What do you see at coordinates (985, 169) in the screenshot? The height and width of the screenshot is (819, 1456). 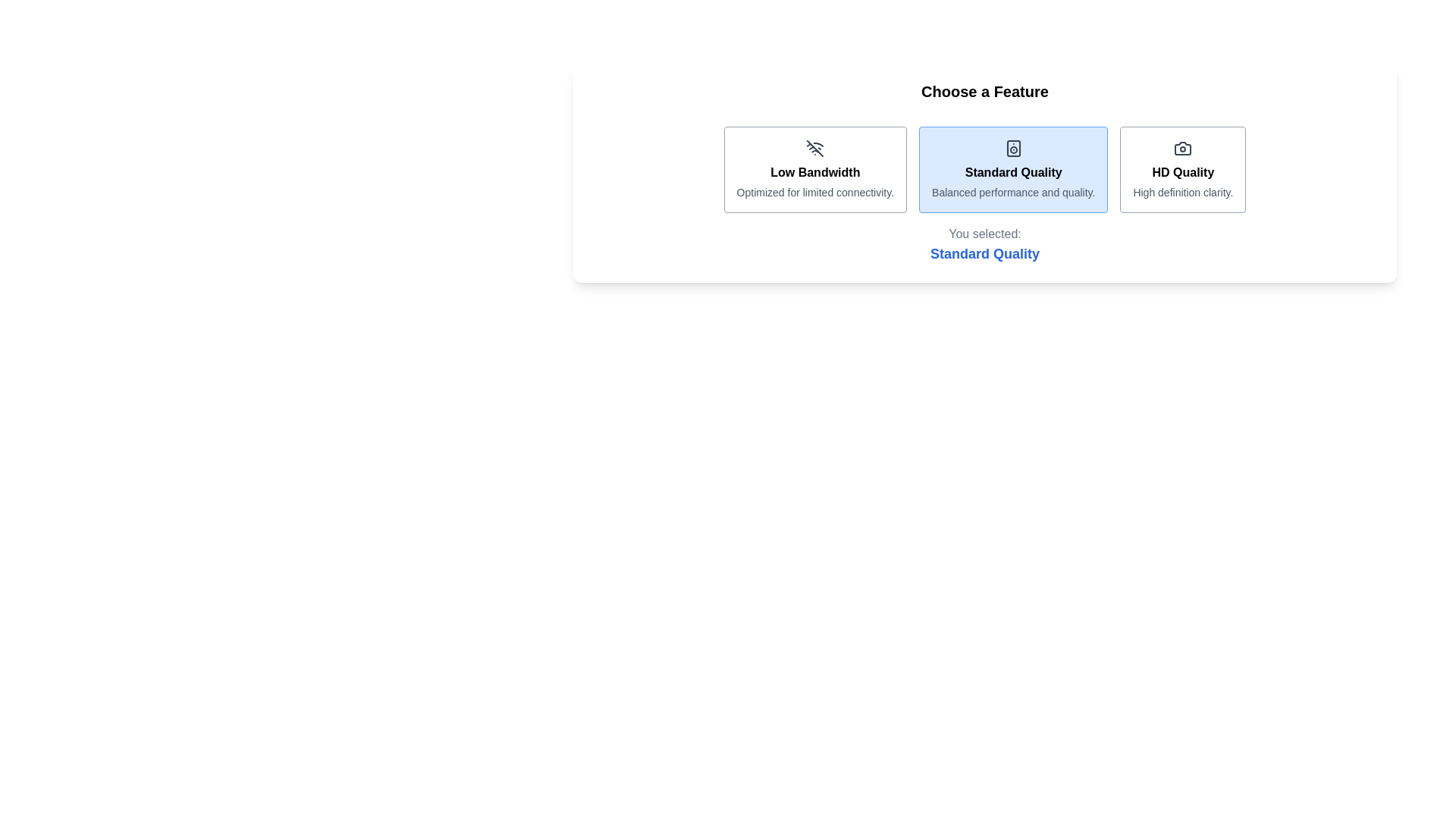 I see `the second selectable card in the row of three feature options` at bounding box center [985, 169].